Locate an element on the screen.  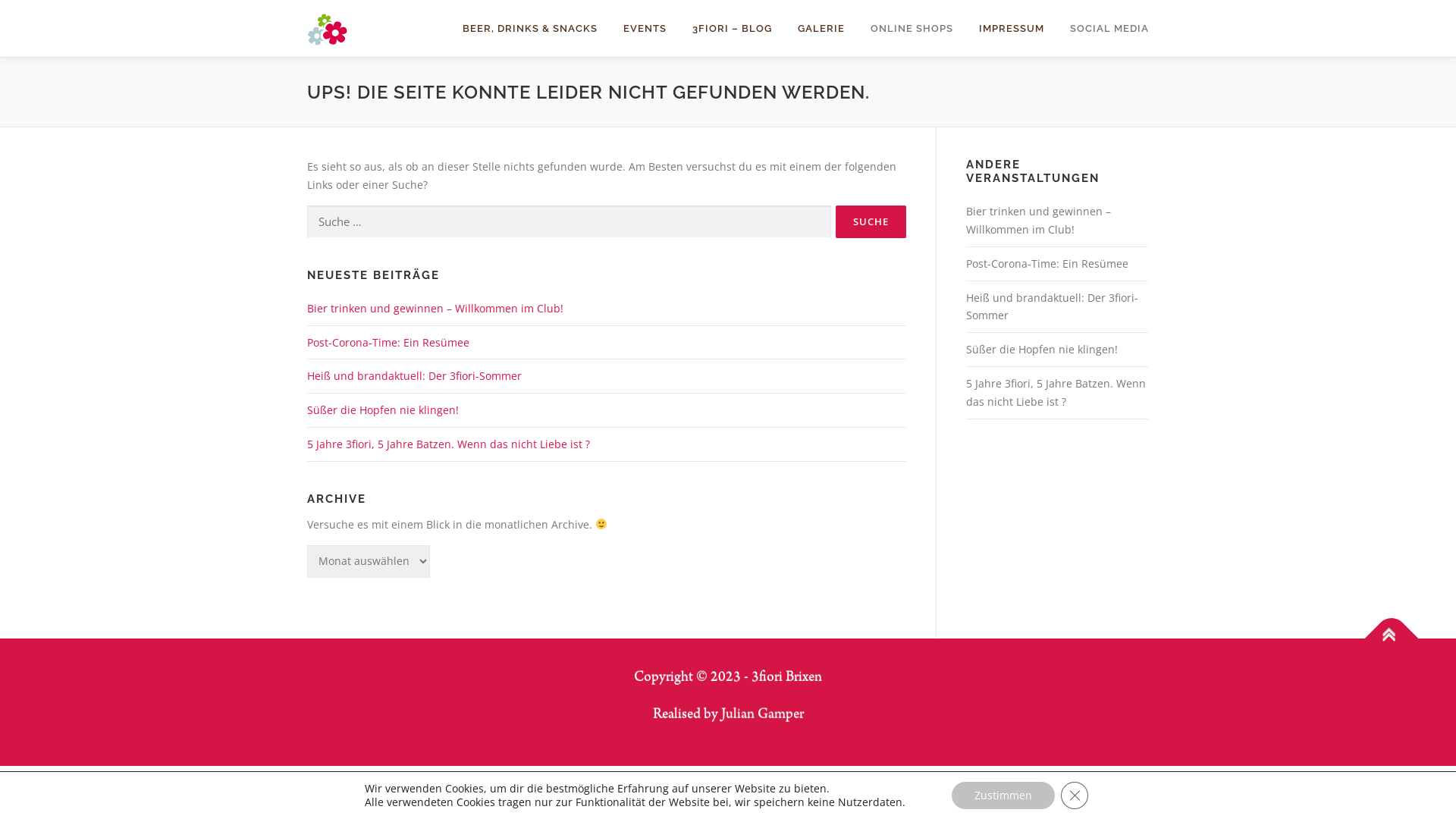
'BEER, DRINKS & SNACKS' is located at coordinates (530, 28).